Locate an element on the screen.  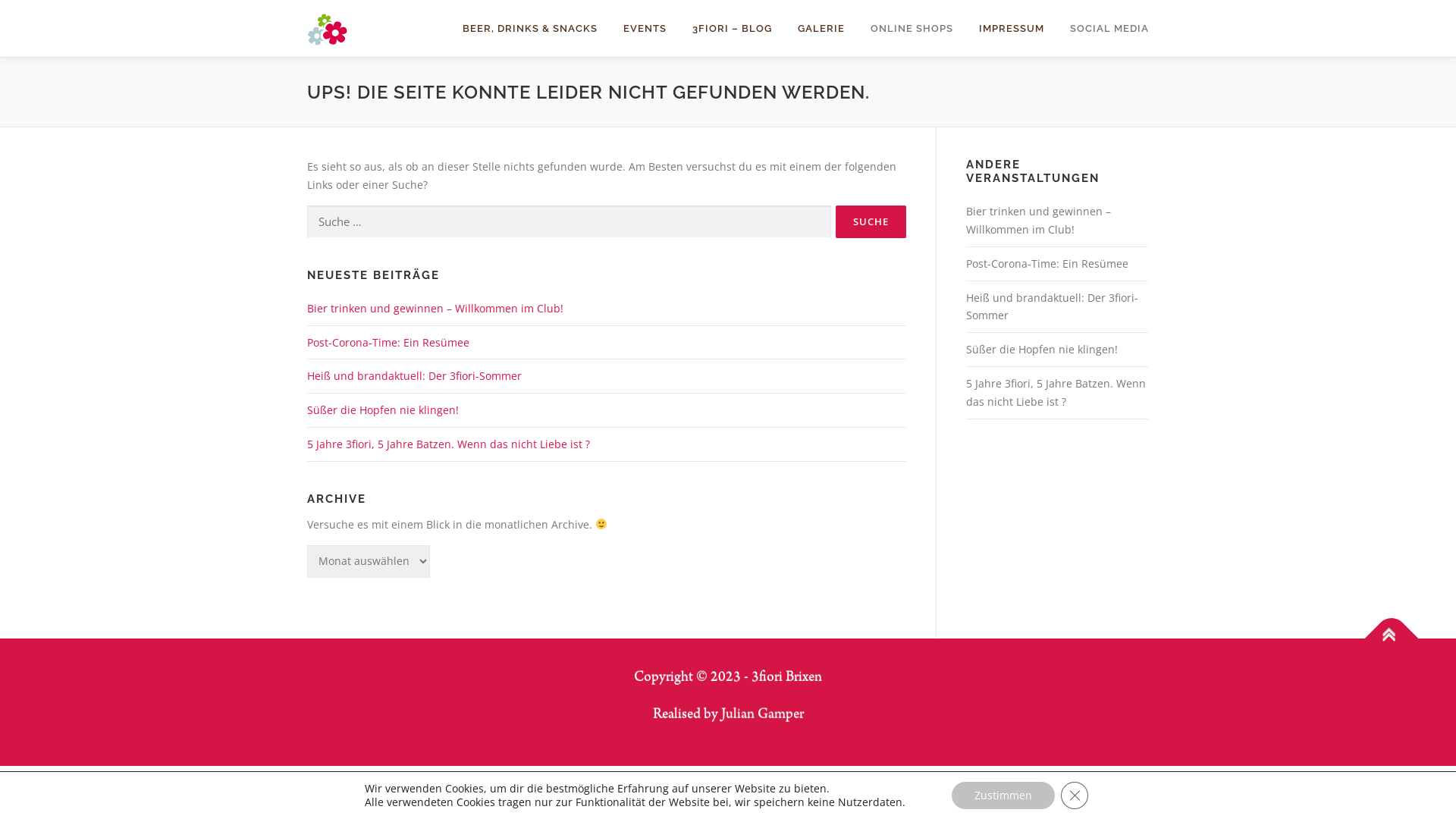
'BEER, DRINKS & SNACKS' is located at coordinates (530, 28).